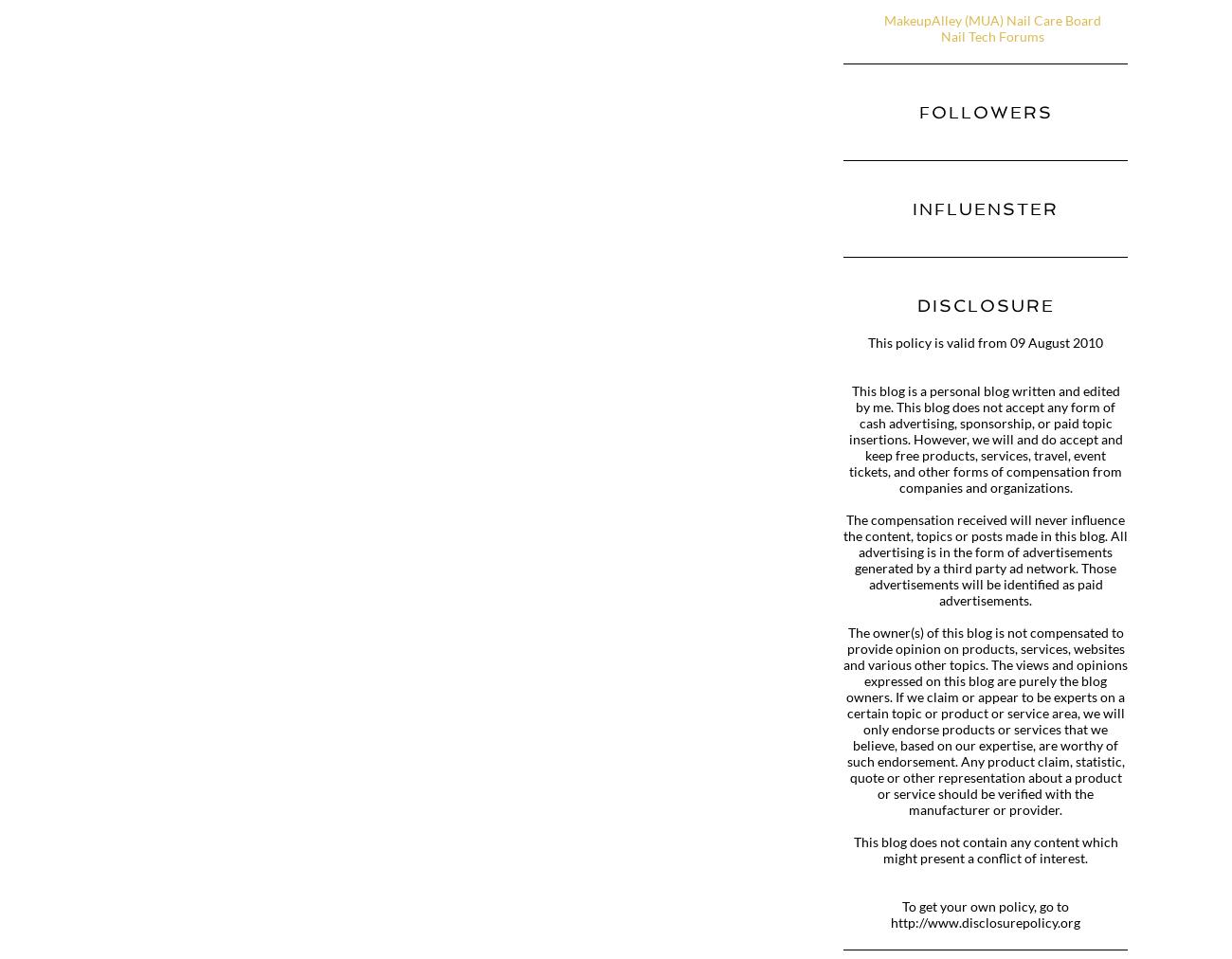 This screenshot has height=959, width=1232. Describe the element at coordinates (986, 341) in the screenshot. I see `'This policy is valid from 09 August 2010'` at that location.